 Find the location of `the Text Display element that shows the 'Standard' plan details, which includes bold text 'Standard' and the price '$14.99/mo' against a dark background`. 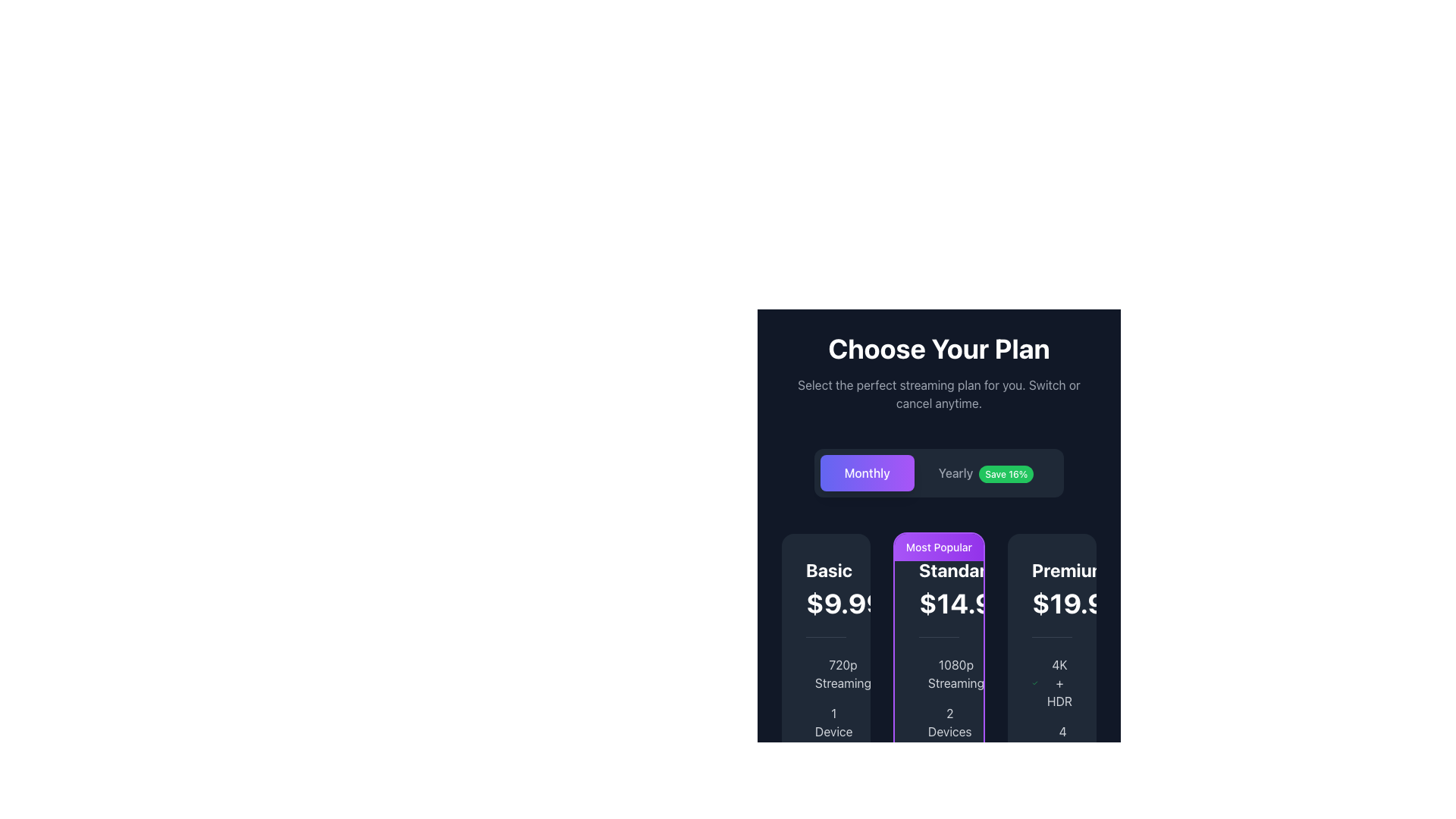

the Text Display element that shows the 'Standard' plan details, which includes bold text 'Standard' and the price '$14.99/mo' against a dark background is located at coordinates (938, 587).